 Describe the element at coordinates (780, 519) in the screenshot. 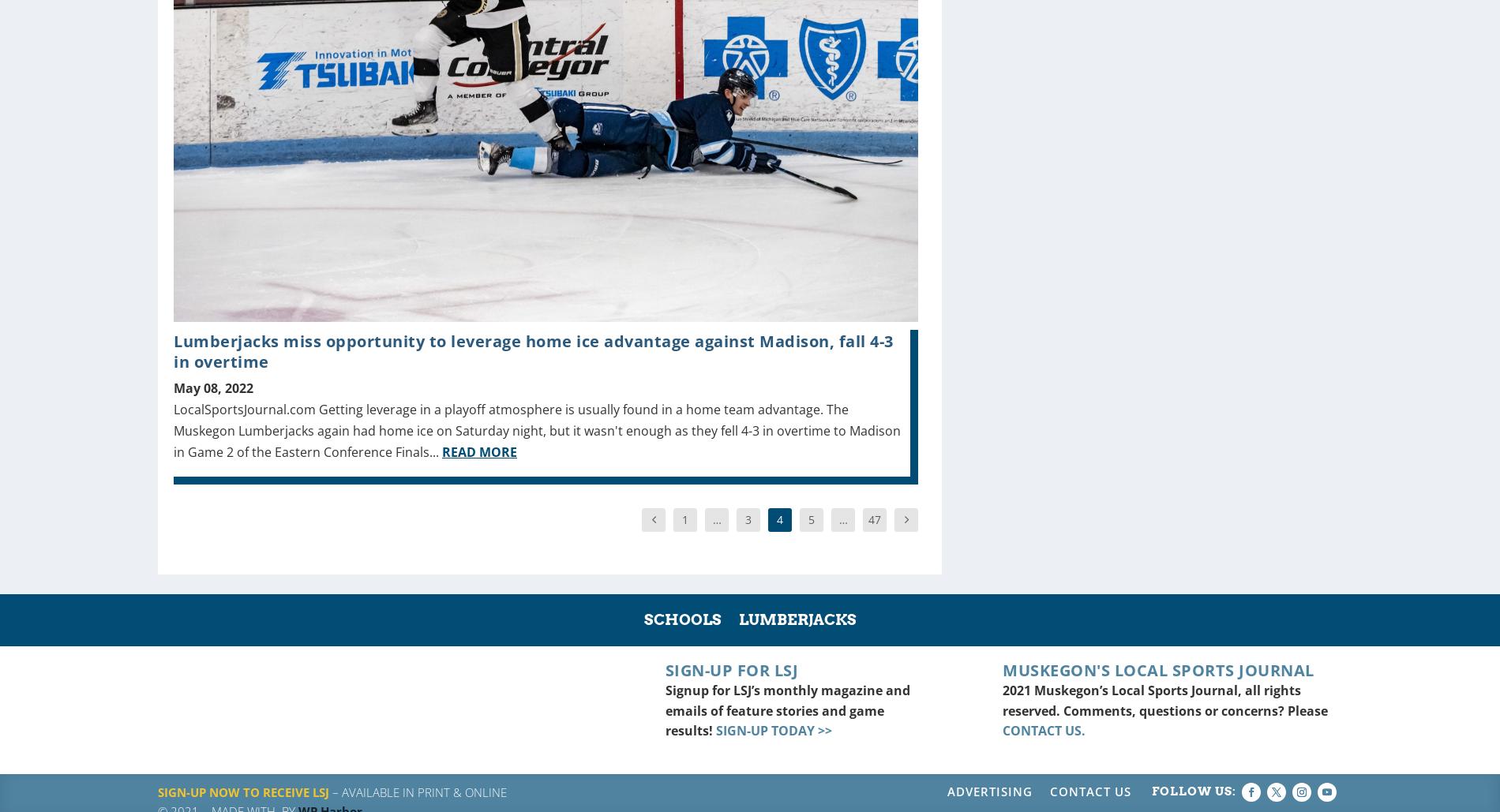

I see `'4'` at that location.